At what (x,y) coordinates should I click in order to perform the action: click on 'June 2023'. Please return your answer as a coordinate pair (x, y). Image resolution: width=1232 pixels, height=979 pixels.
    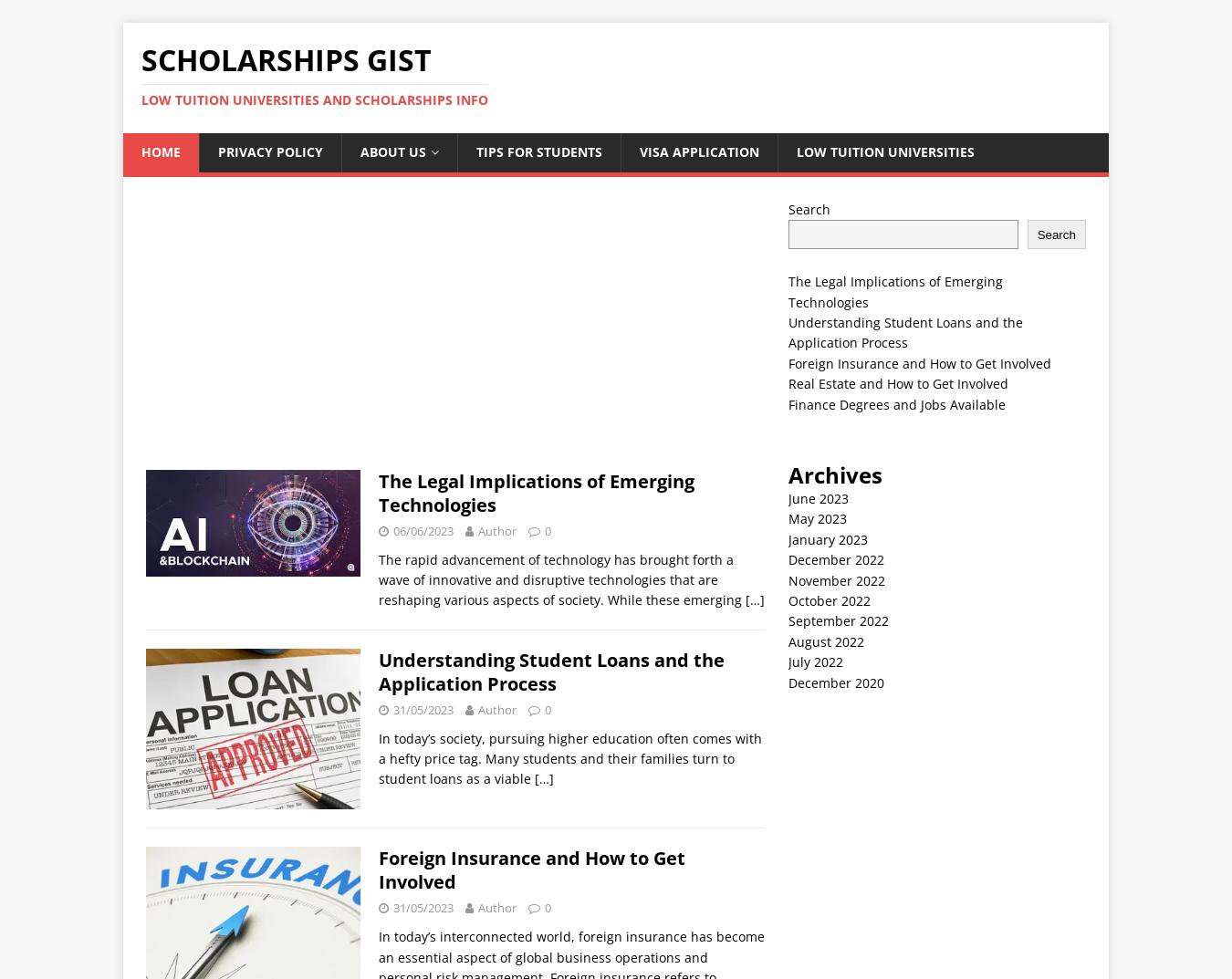
    Looking at the image, I should click on (817, 498).